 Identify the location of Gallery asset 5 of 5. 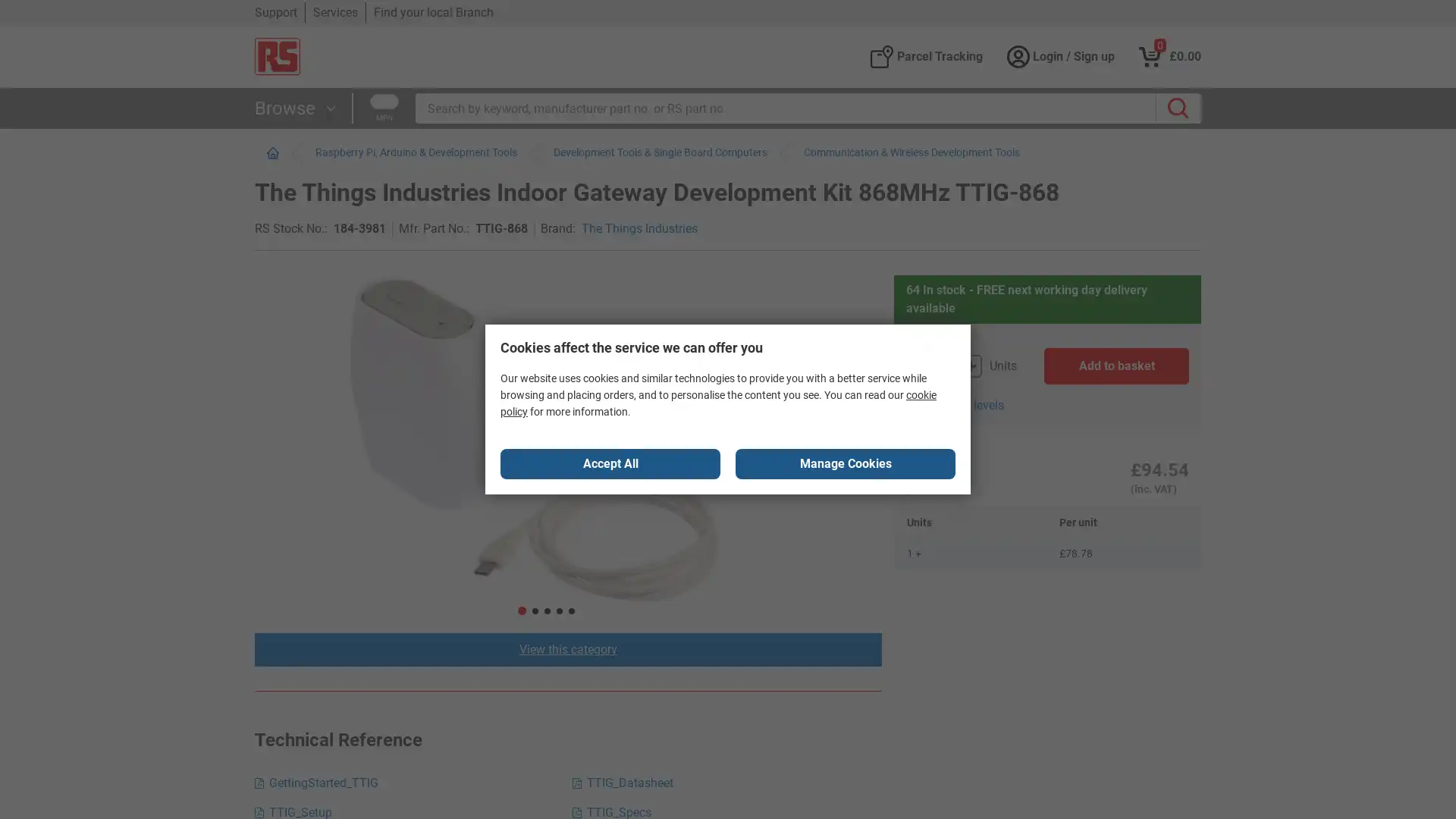
(612, 426).